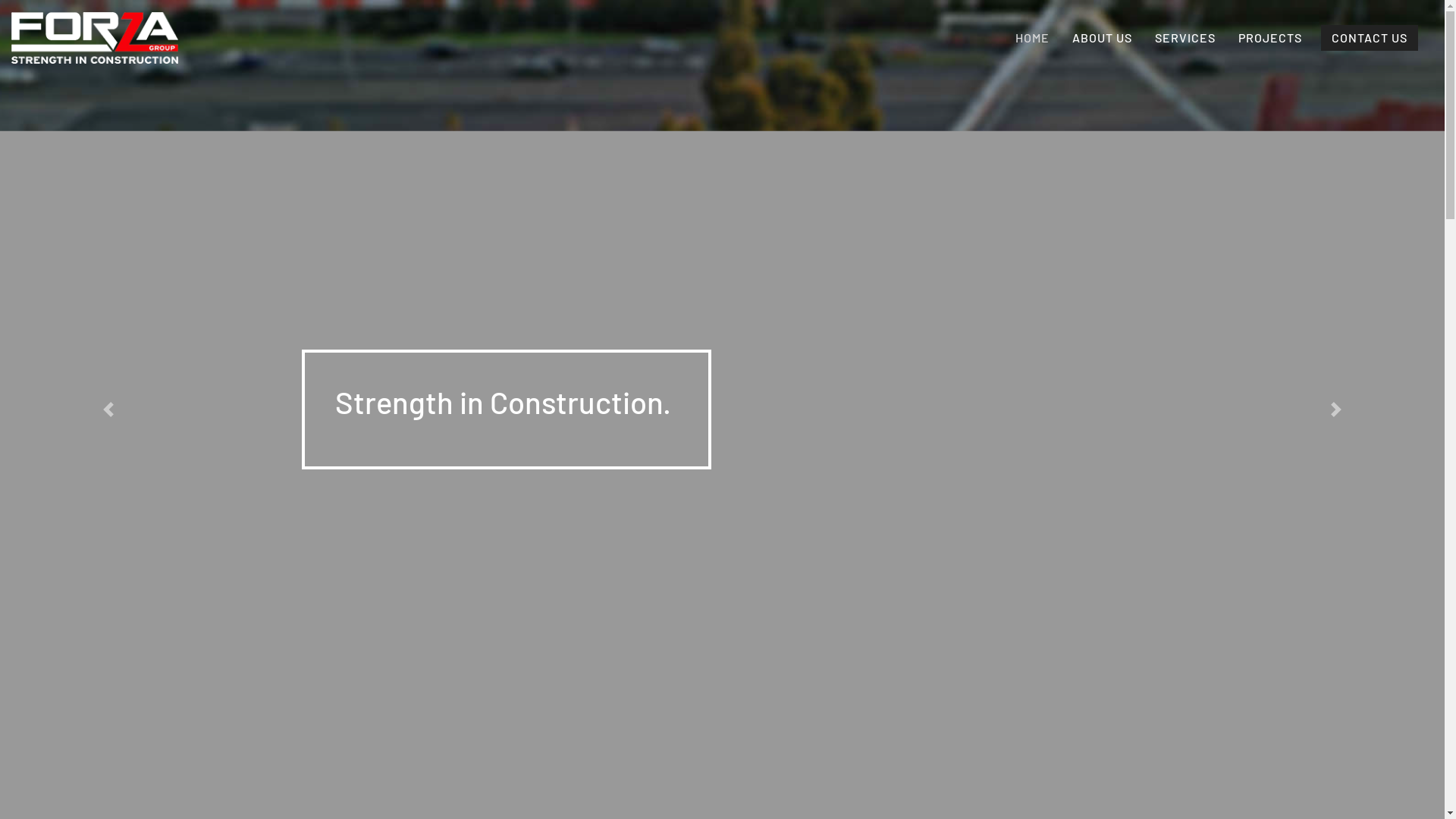 The width and height of the screenshot is (1456, 819). Describe the element at coordinates (1031, 37) in the screenshot. I see `'HOME'` at that location.